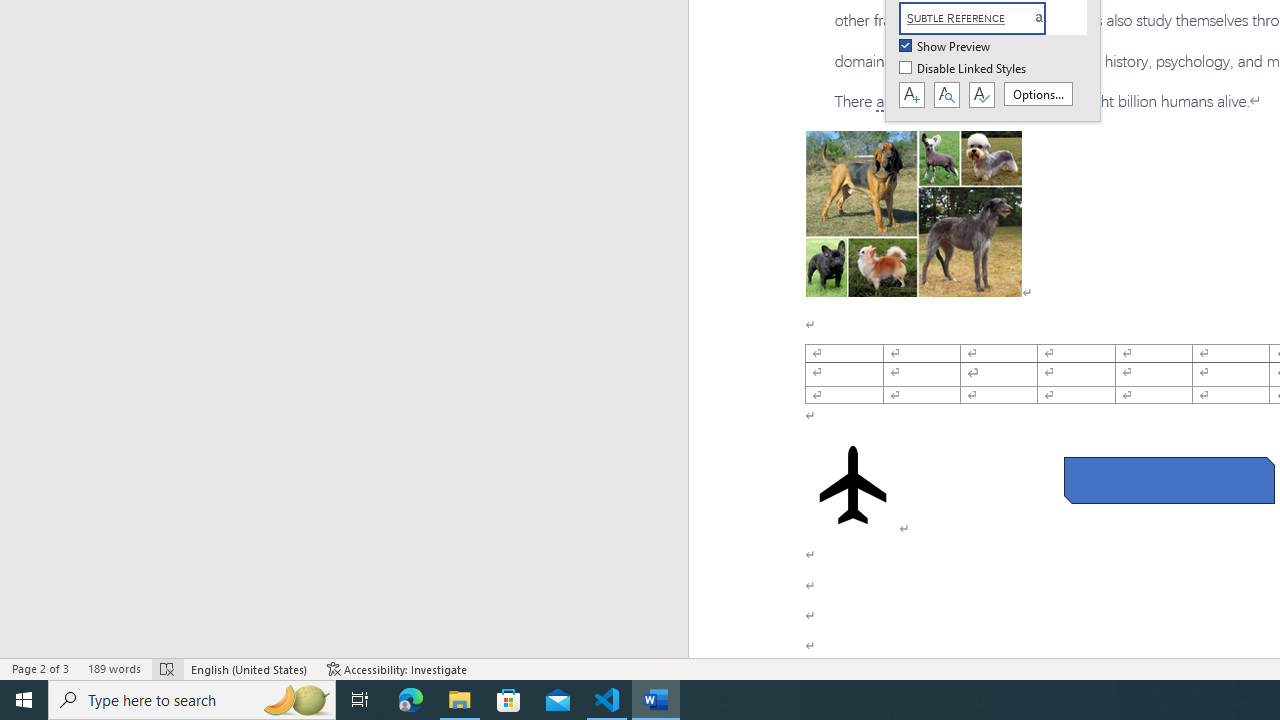 The height and width of the screenshot is (720, 1280). Describe the element at coordinates (40, 669) in the screenshot. I see `'Page Number Page 2 of 3'` at that location.